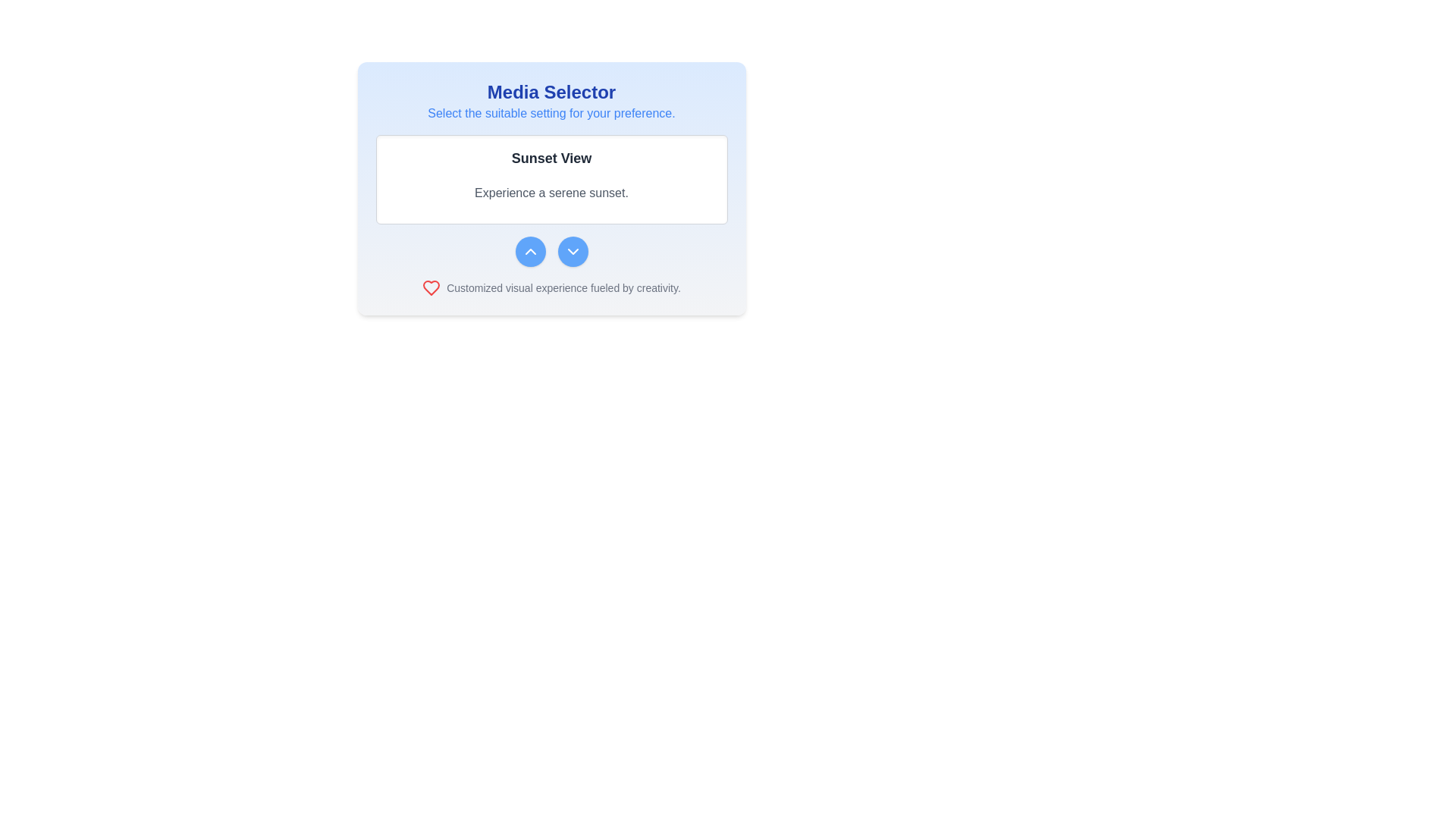 Image resolution: width=1456 pixels, height=819 pixels. I want to click on the heart icon located in the bottom left section underneath the main content box, which likely represents a feature for favoriting or liking, so click(431, 288).